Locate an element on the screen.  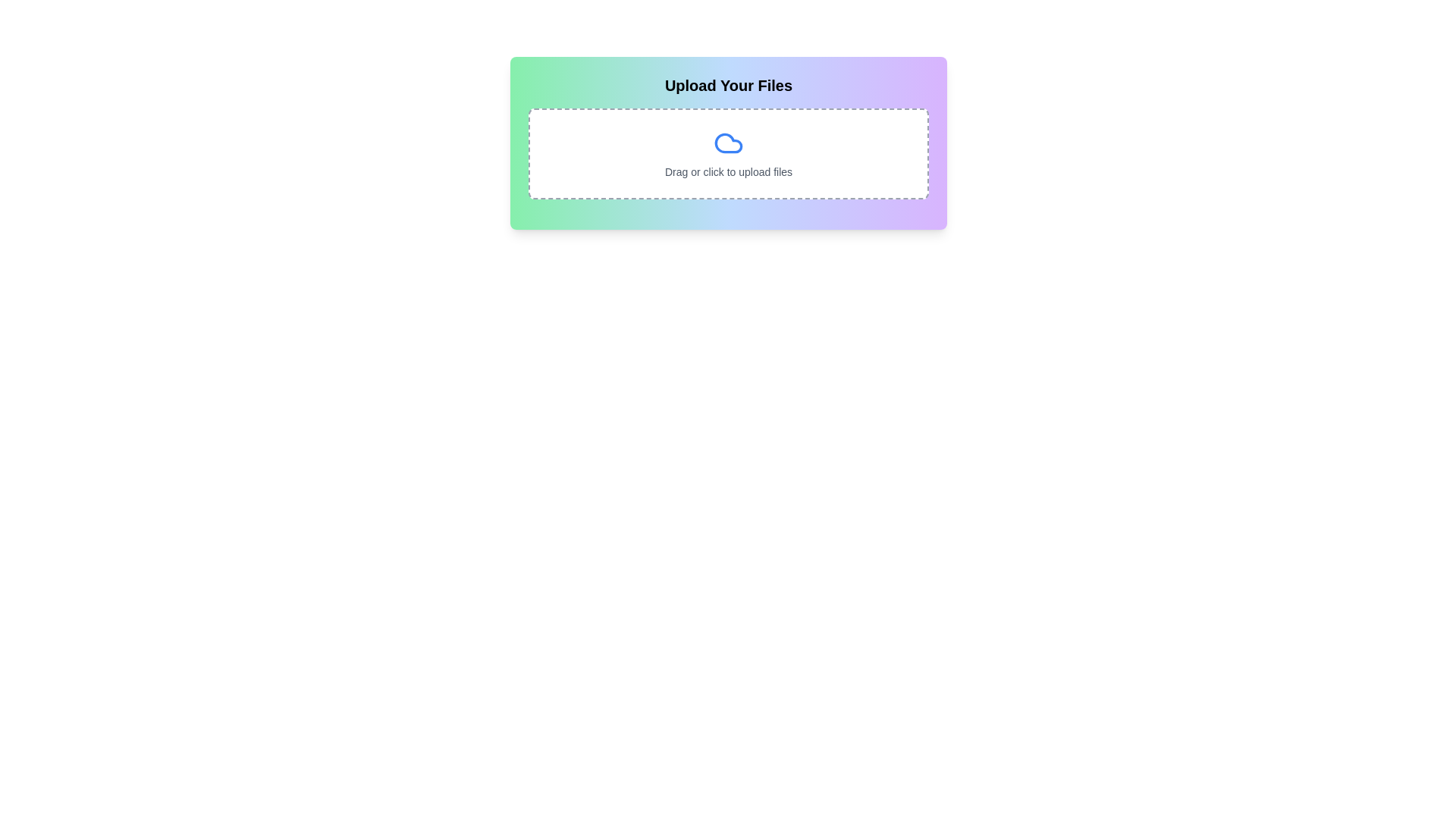
the cloud-shaped icon, which is styled in blue and located centrally within the 'Upload Your Files' section of the interface is located at coordinates (728, 143).